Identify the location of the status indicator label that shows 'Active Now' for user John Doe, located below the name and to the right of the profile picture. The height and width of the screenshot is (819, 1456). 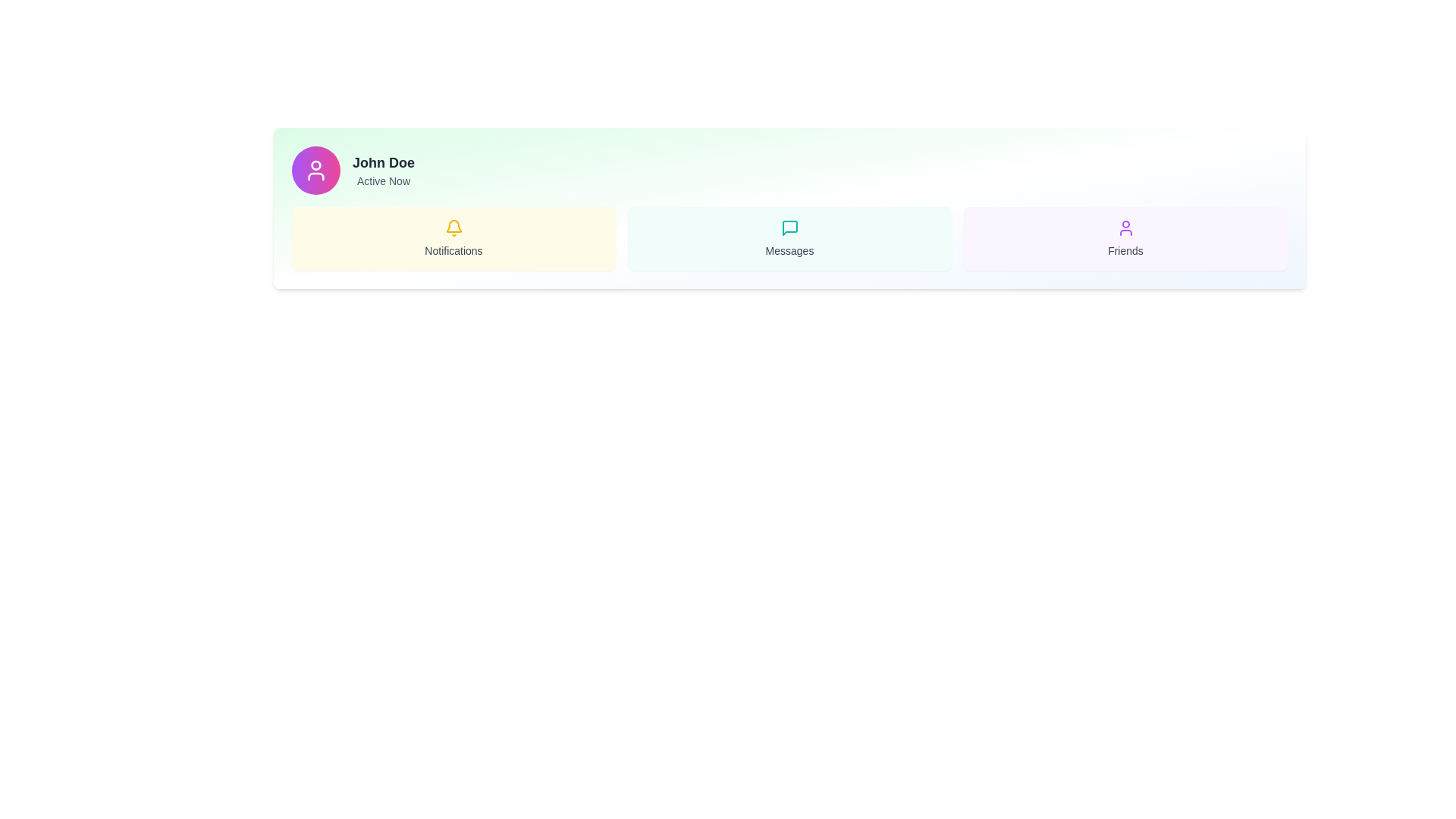
(383, 180).